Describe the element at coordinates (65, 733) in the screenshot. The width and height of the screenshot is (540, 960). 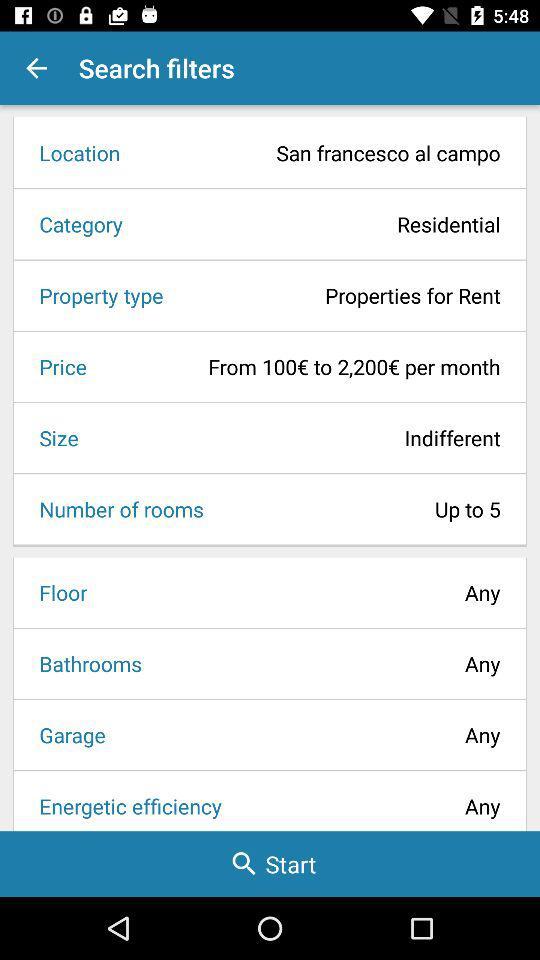
I see `item next to the any` at that location.